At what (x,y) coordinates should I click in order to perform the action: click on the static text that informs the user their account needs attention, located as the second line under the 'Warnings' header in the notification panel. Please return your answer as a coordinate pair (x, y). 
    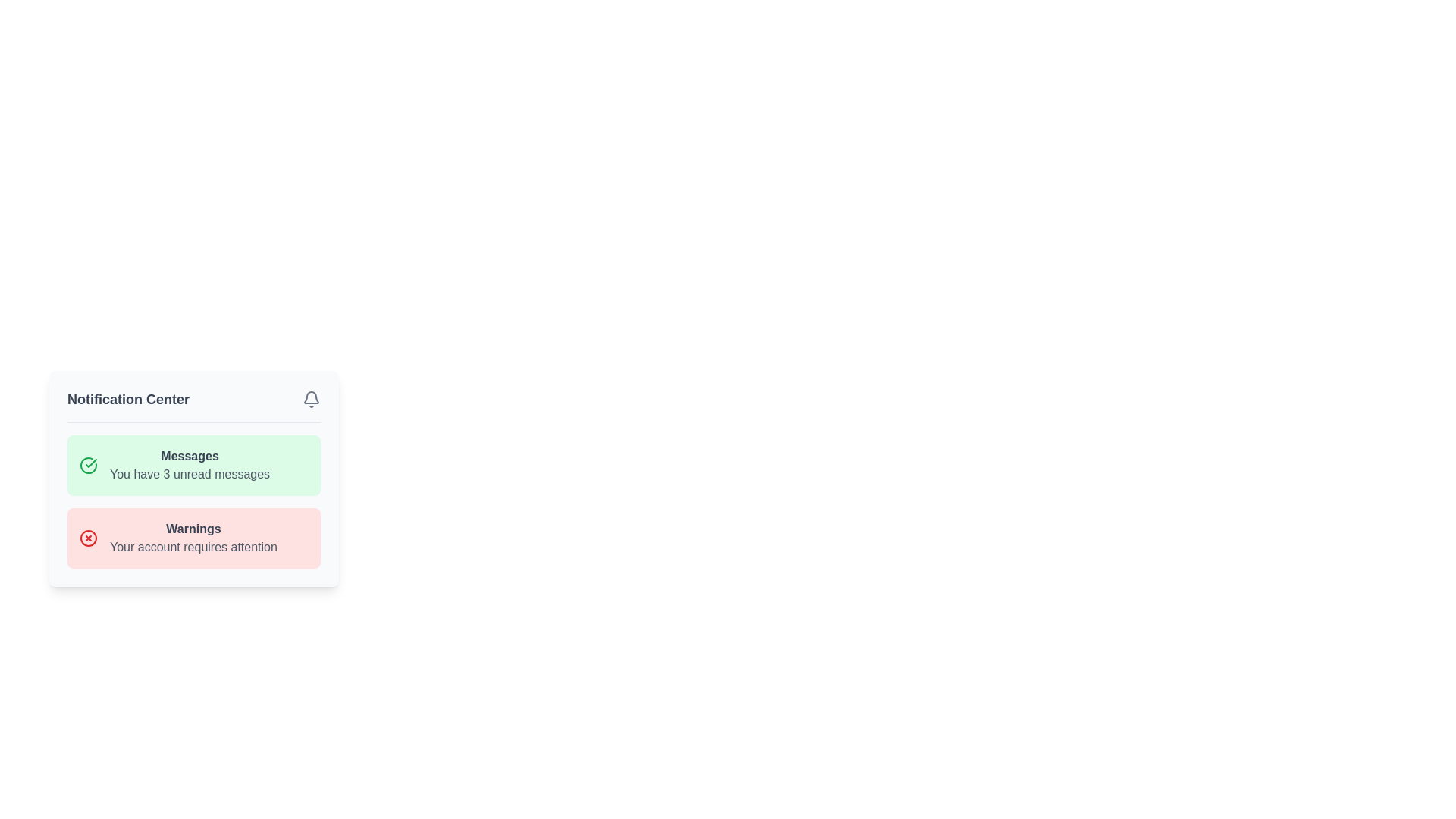
    Looking at the image, I should click on (193, 547).